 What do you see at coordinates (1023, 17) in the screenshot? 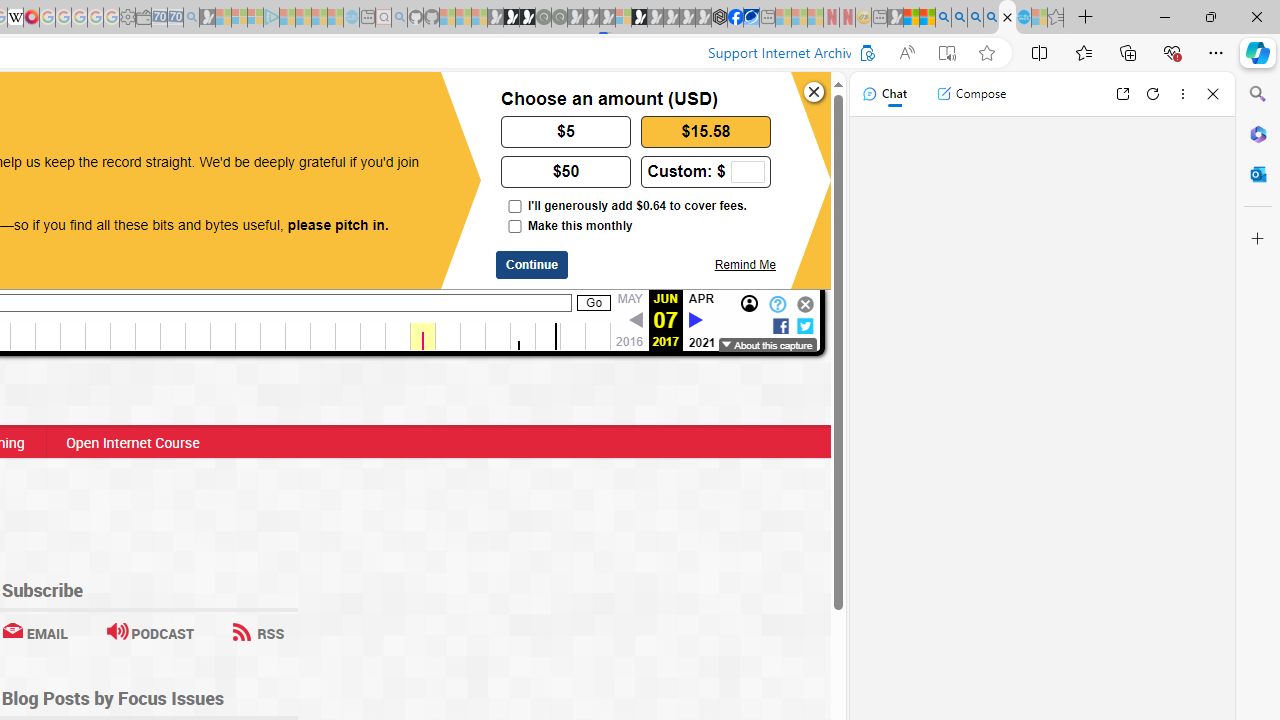
I see `'Services - Maintenance | Sky Blue Bikes - Sky Blue Bikes'` at bounding box center [1023, 17].